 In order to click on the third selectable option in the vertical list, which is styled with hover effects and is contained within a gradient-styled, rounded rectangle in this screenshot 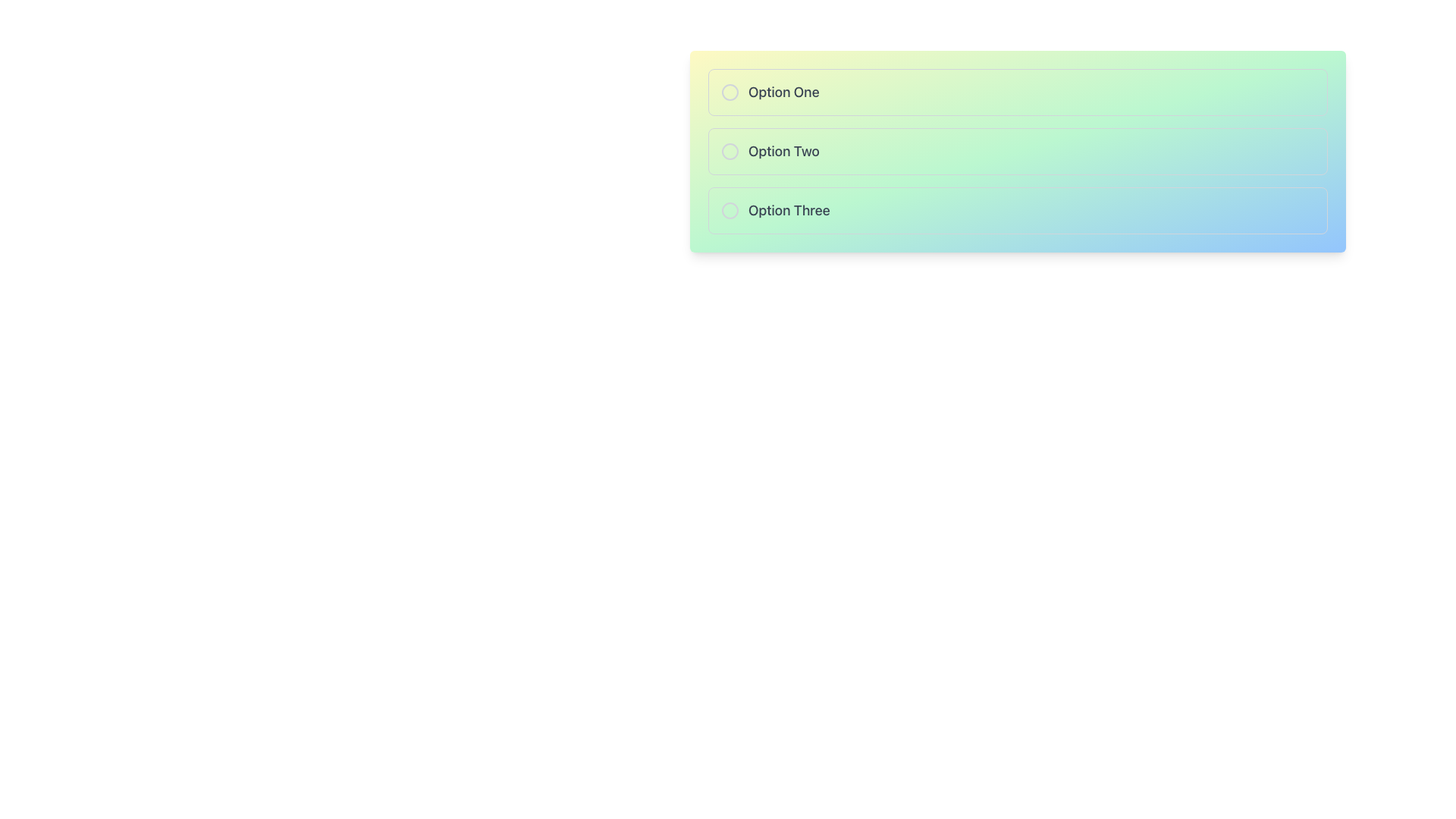, I will do `click(1018, 210)`.